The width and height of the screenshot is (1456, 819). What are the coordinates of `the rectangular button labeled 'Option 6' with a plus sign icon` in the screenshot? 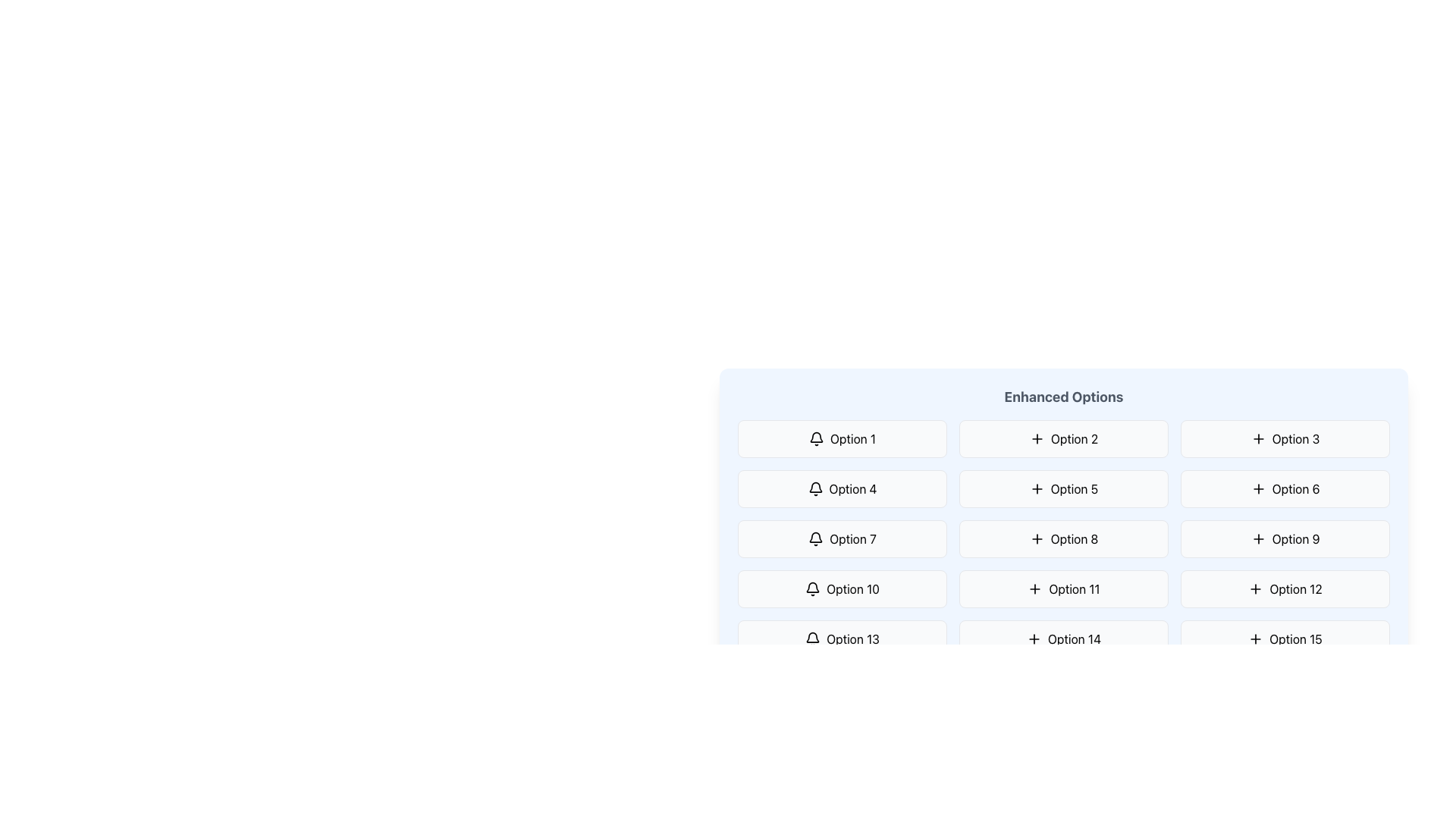 It's located at (1284, 488).